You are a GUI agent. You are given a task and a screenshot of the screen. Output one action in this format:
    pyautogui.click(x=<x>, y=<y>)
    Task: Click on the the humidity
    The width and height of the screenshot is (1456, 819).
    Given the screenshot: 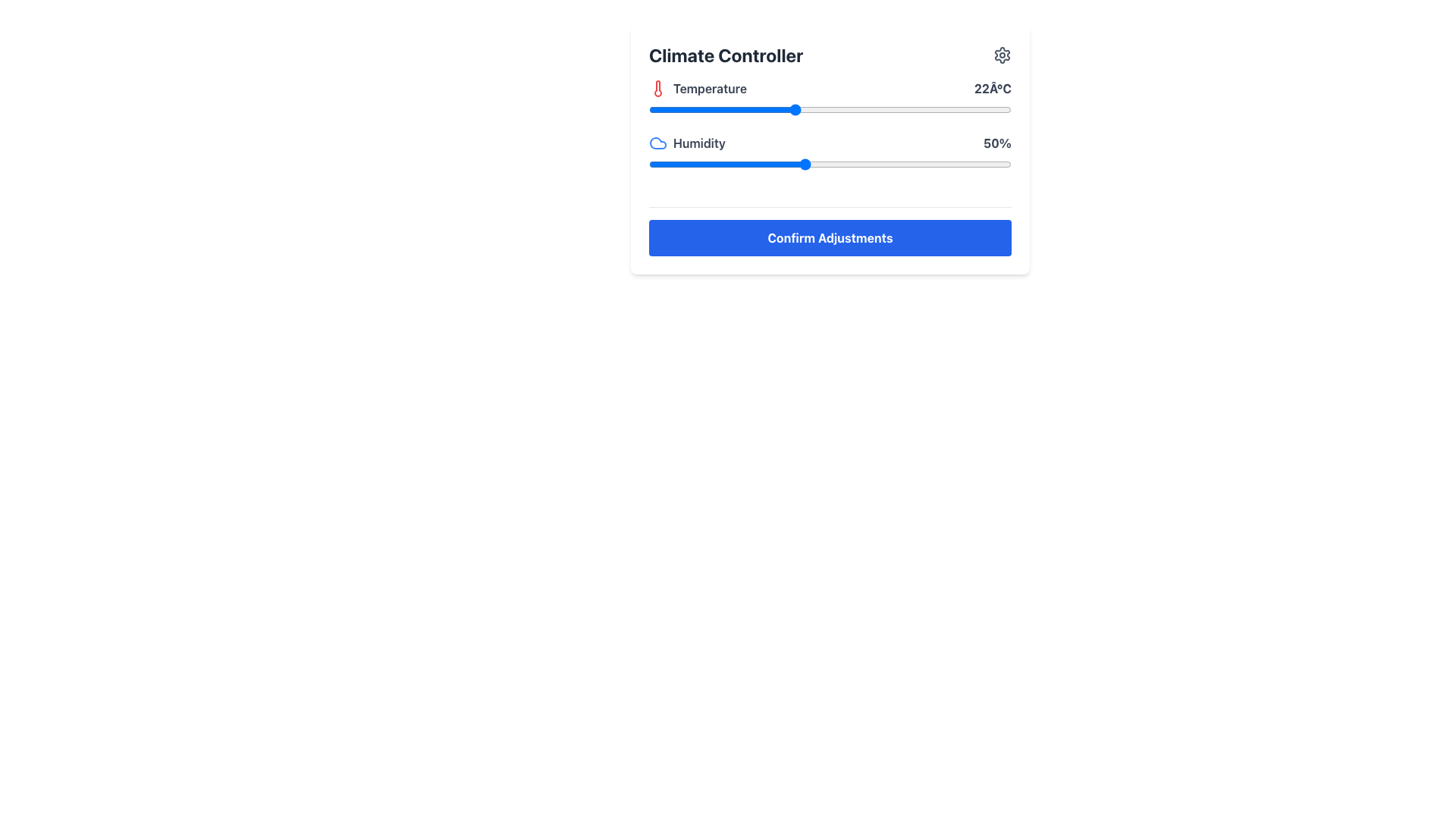 What is the action you would take?
    pyautogui.click(x=927, y=164)
    